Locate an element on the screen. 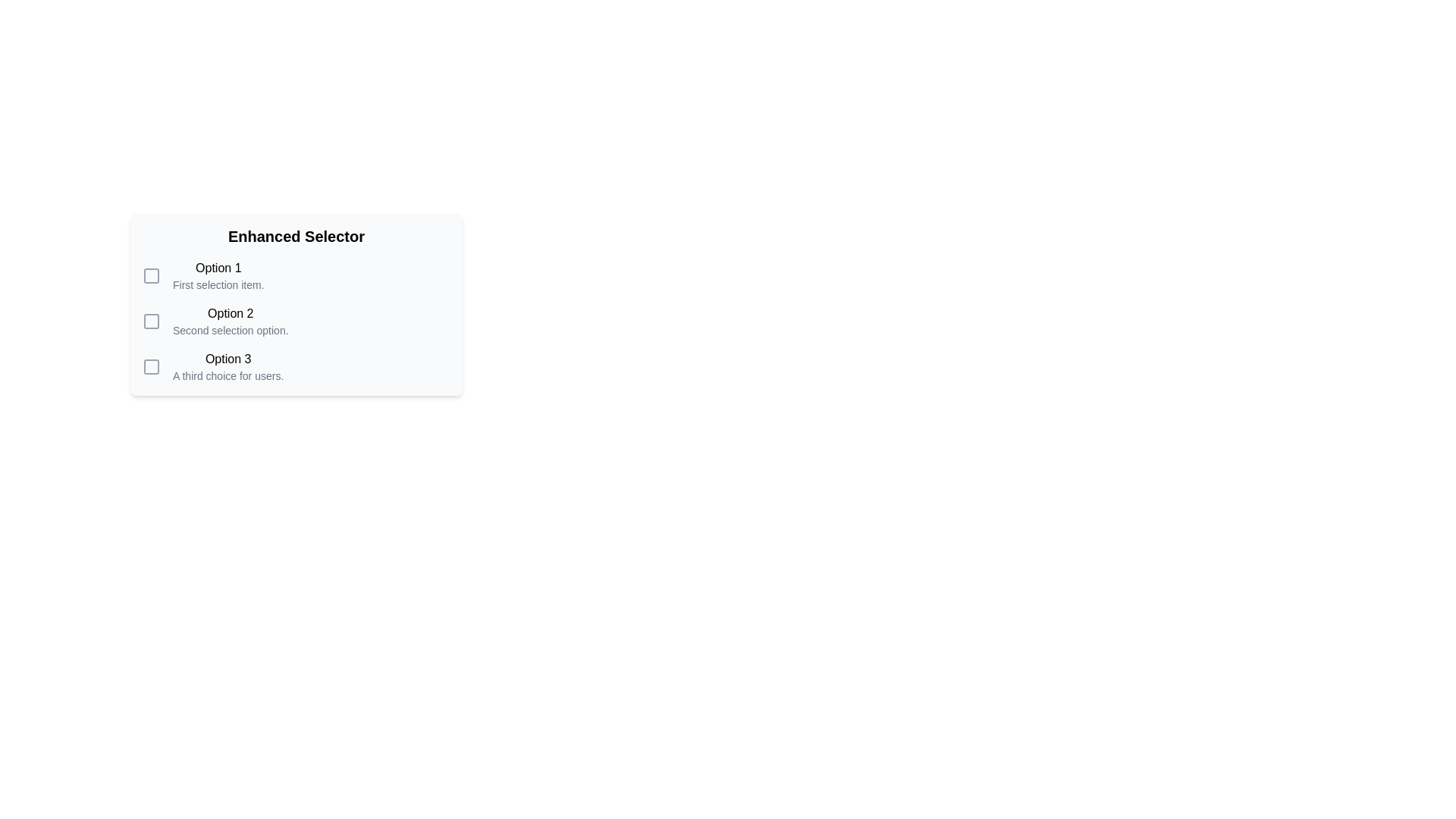  the text label with a description that is the second option in a vertical list of selectable items, located directly below 'Option 1' and above 'Option 3.' is located at coordinates (230, 321).